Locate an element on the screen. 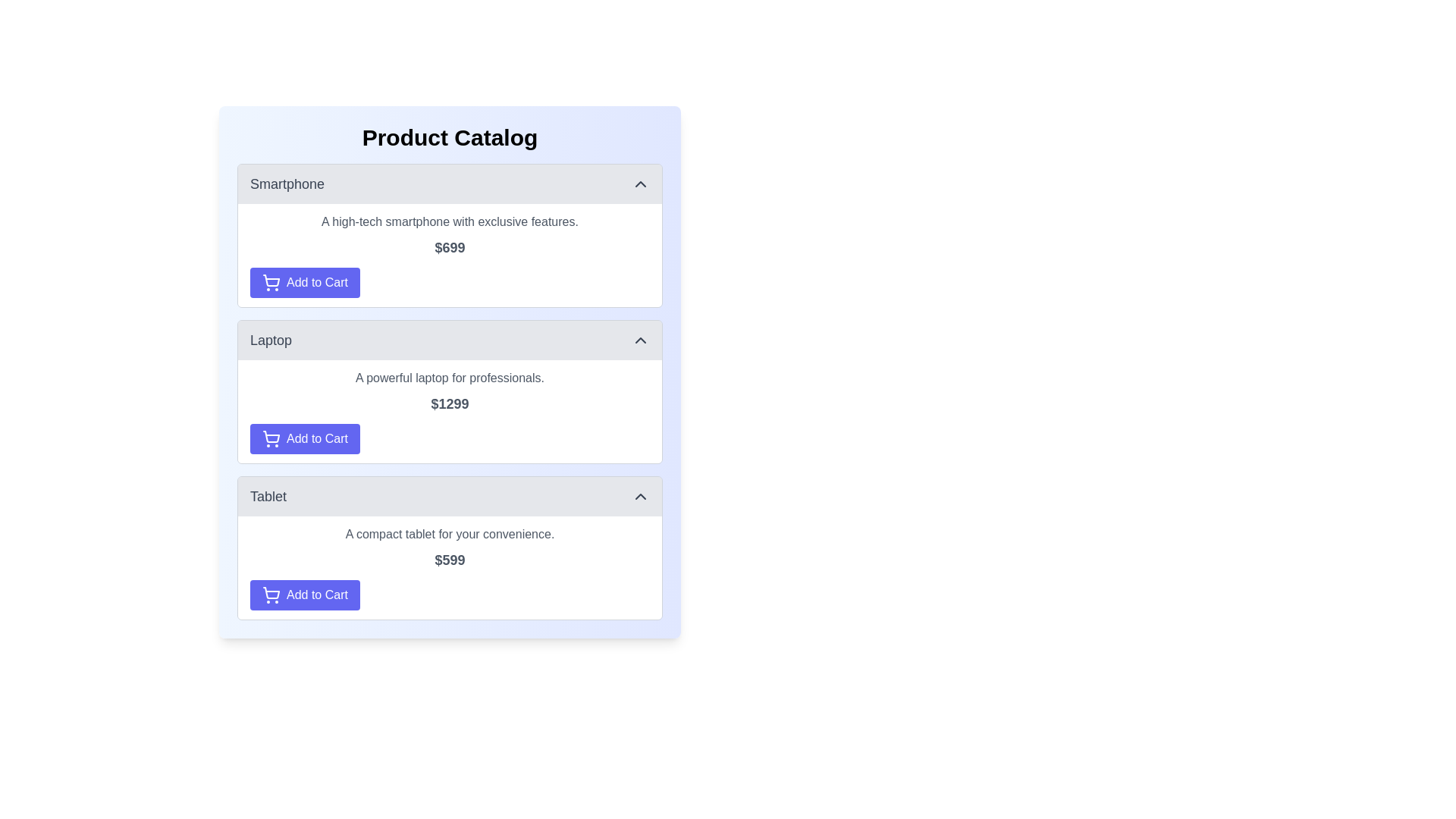  the descriptive text for the Tablet product, located above the price '$599' and beneath the section header 'Tablet' is located at coordinates (449, 534).